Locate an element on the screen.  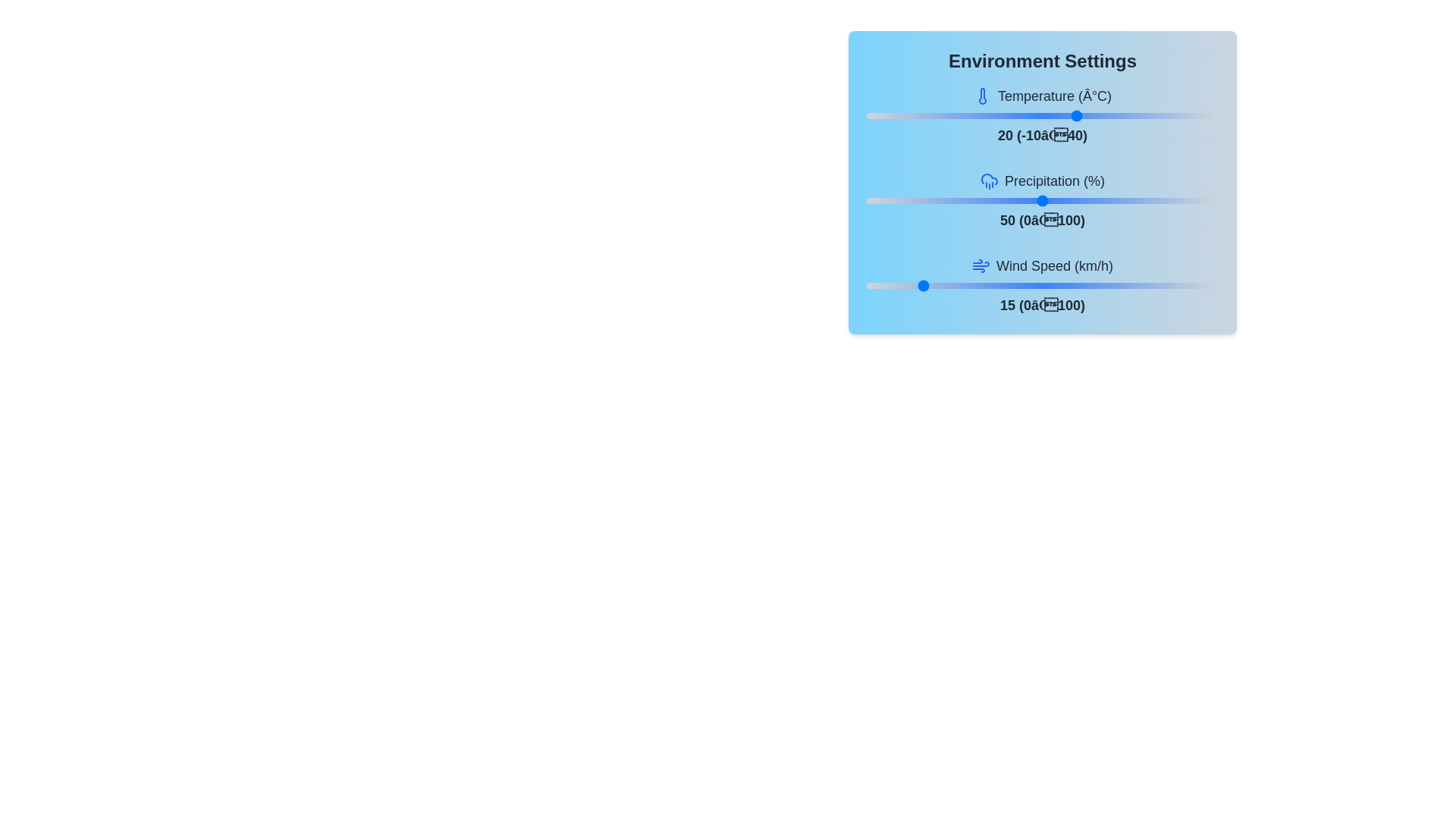
the precipitation level is located at coordinates (1148, 200).